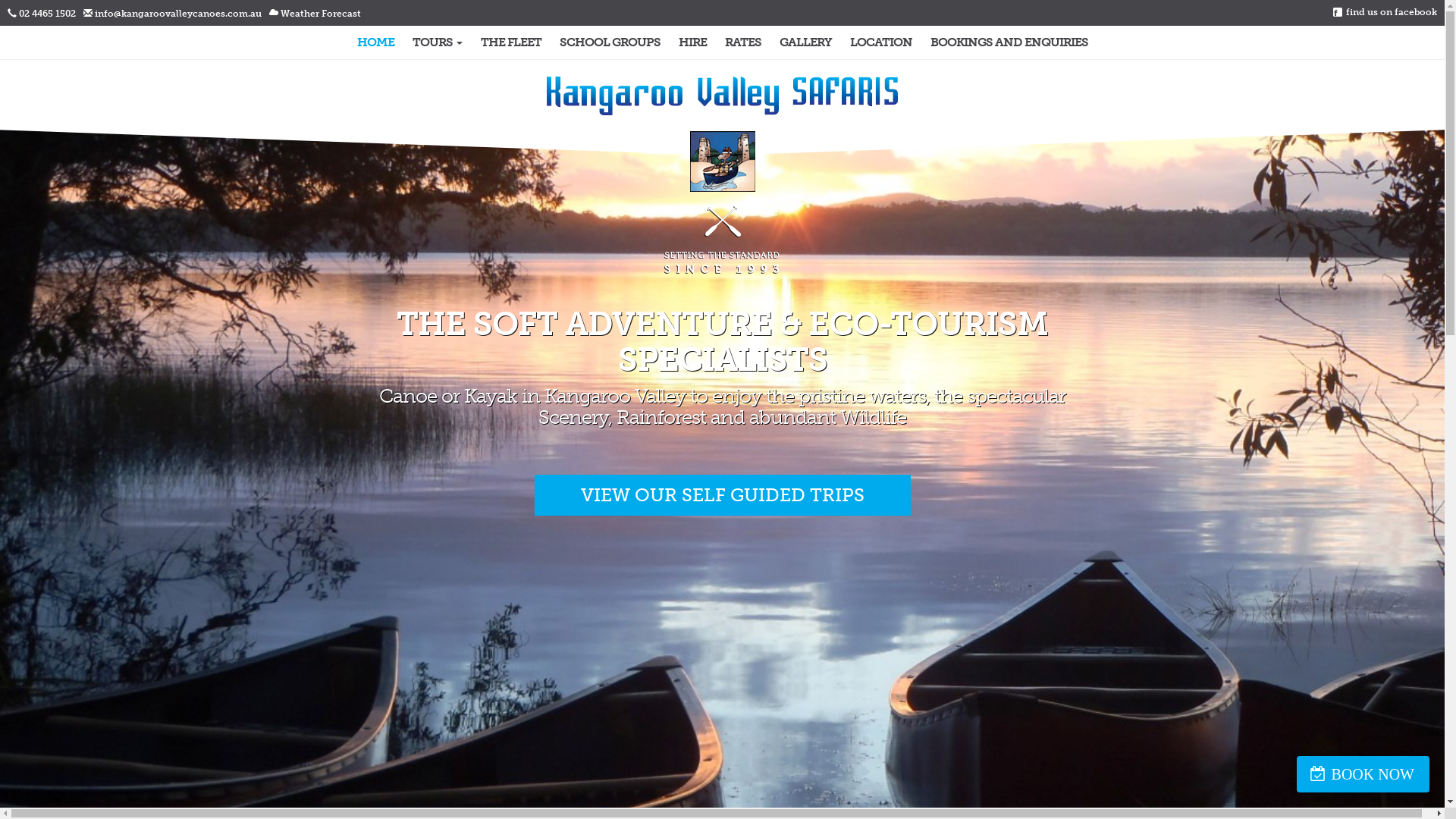 The width and height of the screenshot is (1456, 819). What do you see at coordinates (1008, 42) in the screenshot?
I see `'BOOKINGS AND ENQUIRIES'` at bounding box center [1008, 42].